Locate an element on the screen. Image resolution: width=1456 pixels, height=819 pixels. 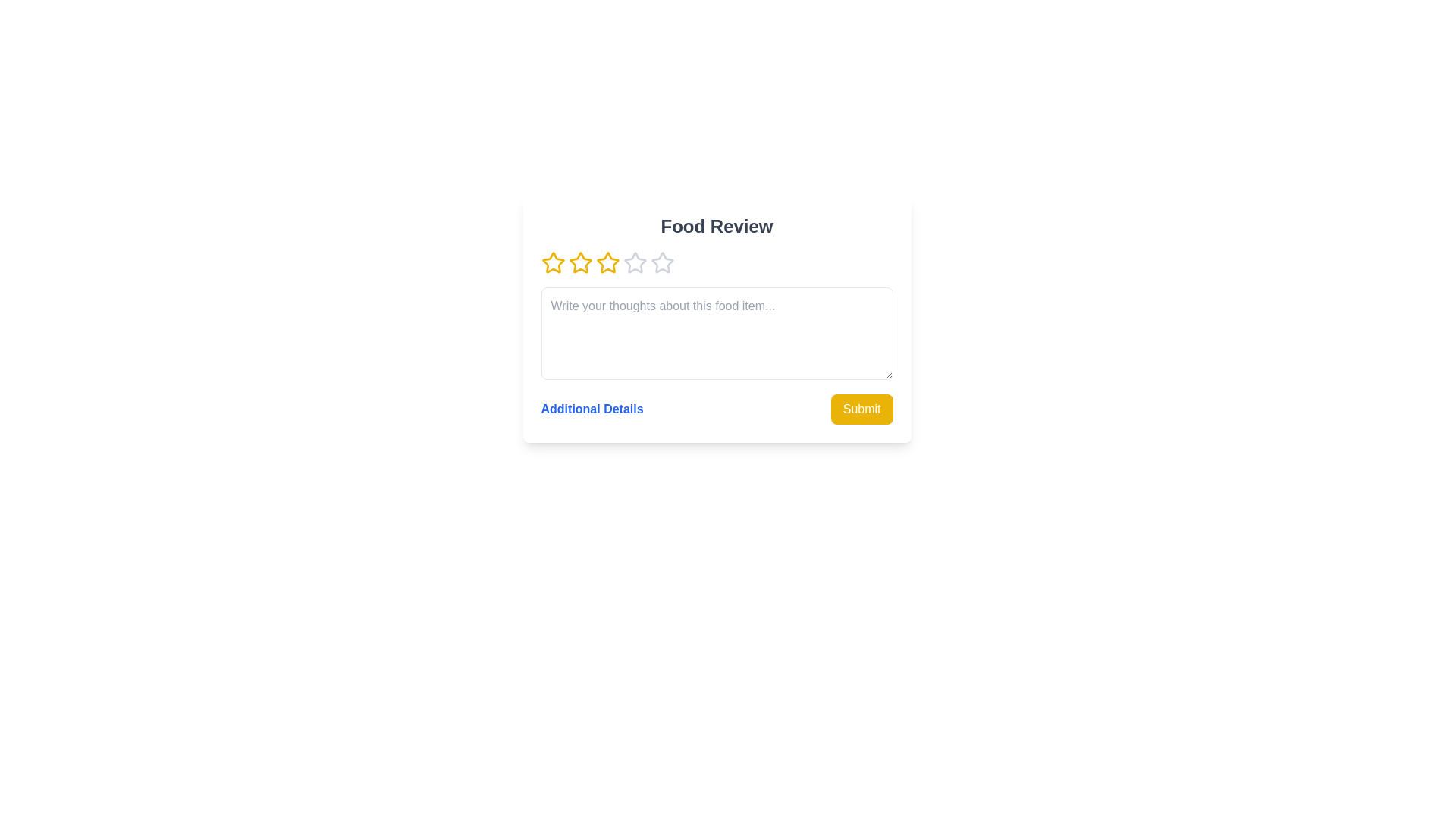
the rating to 4 stars by clicking on the corresponding star button is located at coordinates (635, 262).